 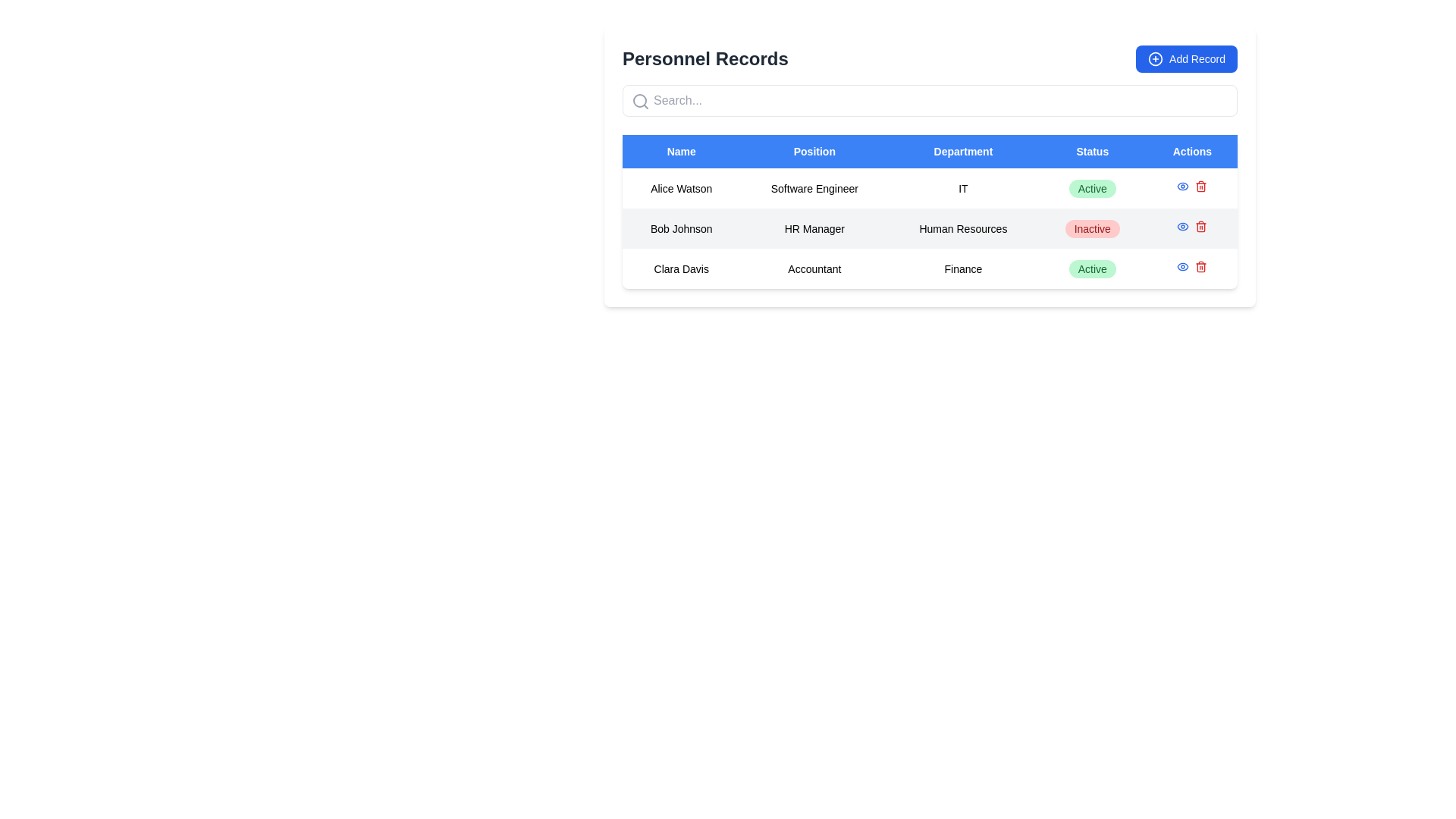 I want to click on the rounded badge component displaying 'Inactive' in the 'Status' column of the second row for the entry 'Bob Johnson' in the Human Resources department, so click(x=1092, y=228).